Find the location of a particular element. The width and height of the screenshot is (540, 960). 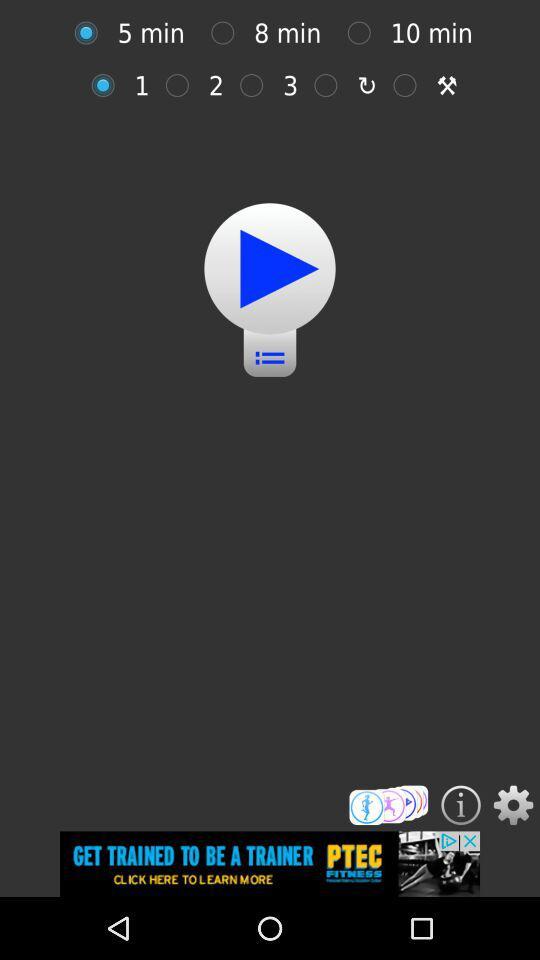

number 2 is located at coordinates (182, 85).